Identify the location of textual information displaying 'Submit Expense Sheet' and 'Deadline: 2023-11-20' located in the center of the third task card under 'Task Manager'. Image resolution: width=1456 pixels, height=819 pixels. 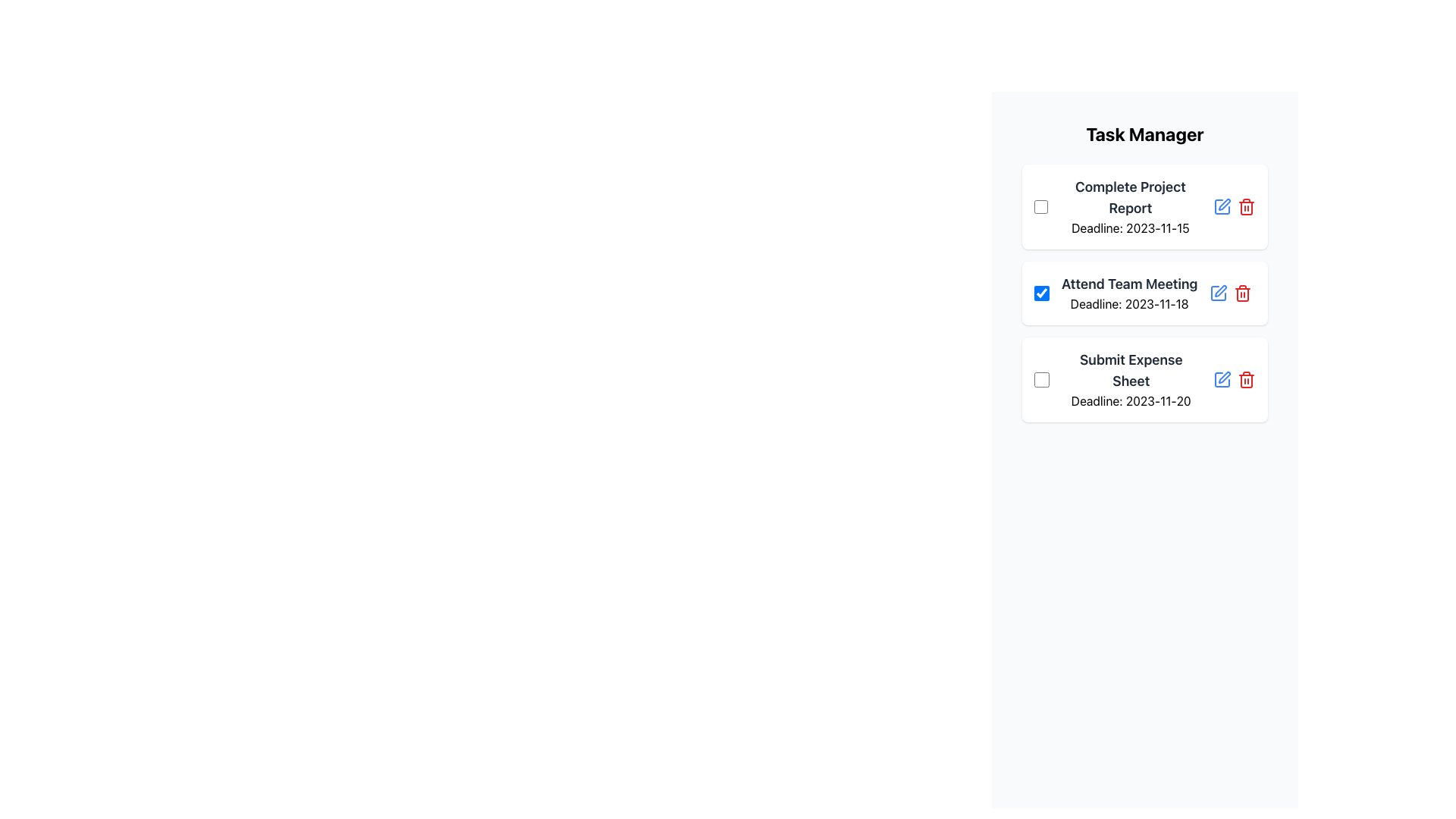
(1131, 379).